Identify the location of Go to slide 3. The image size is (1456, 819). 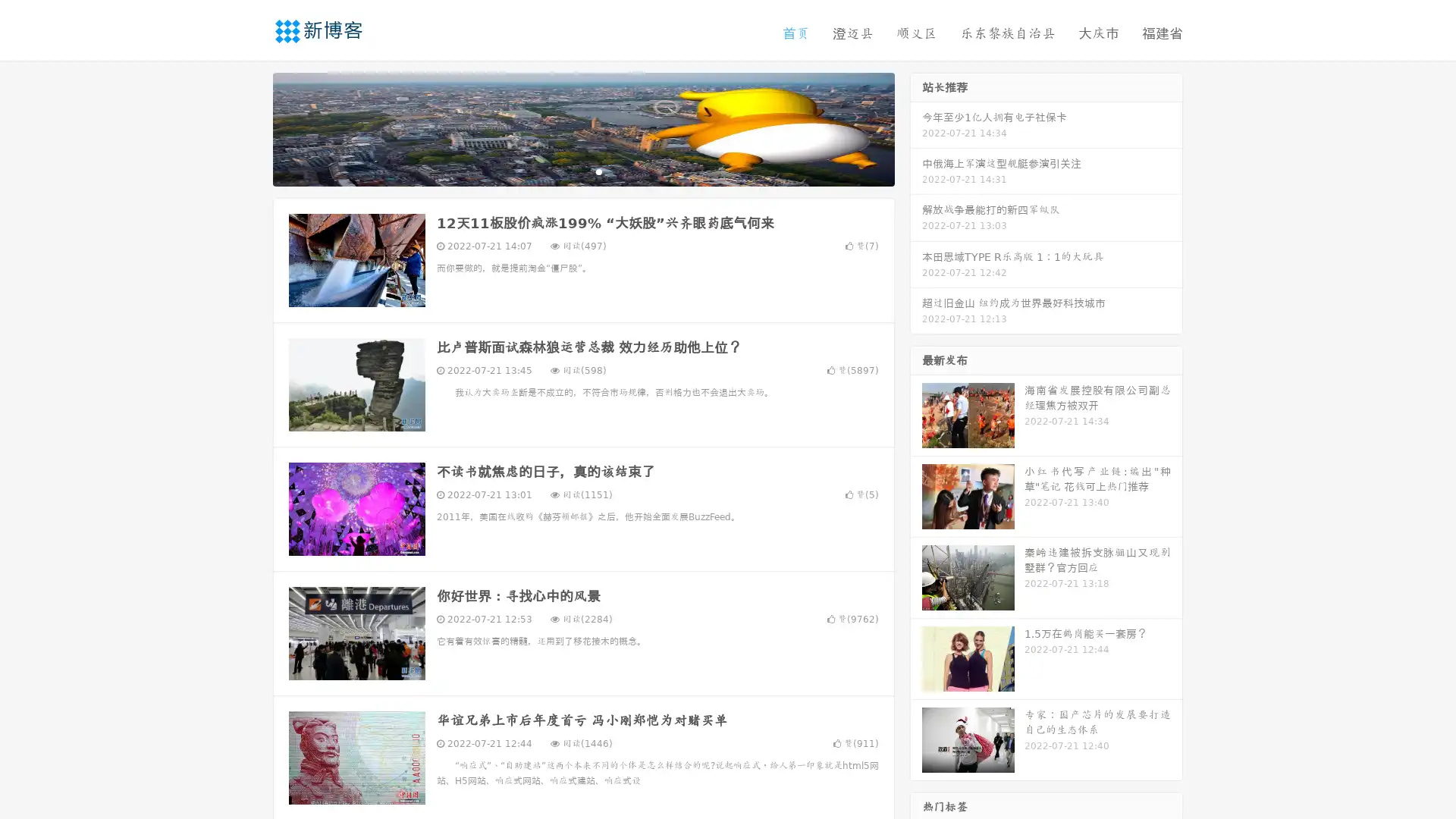
(598, 171).